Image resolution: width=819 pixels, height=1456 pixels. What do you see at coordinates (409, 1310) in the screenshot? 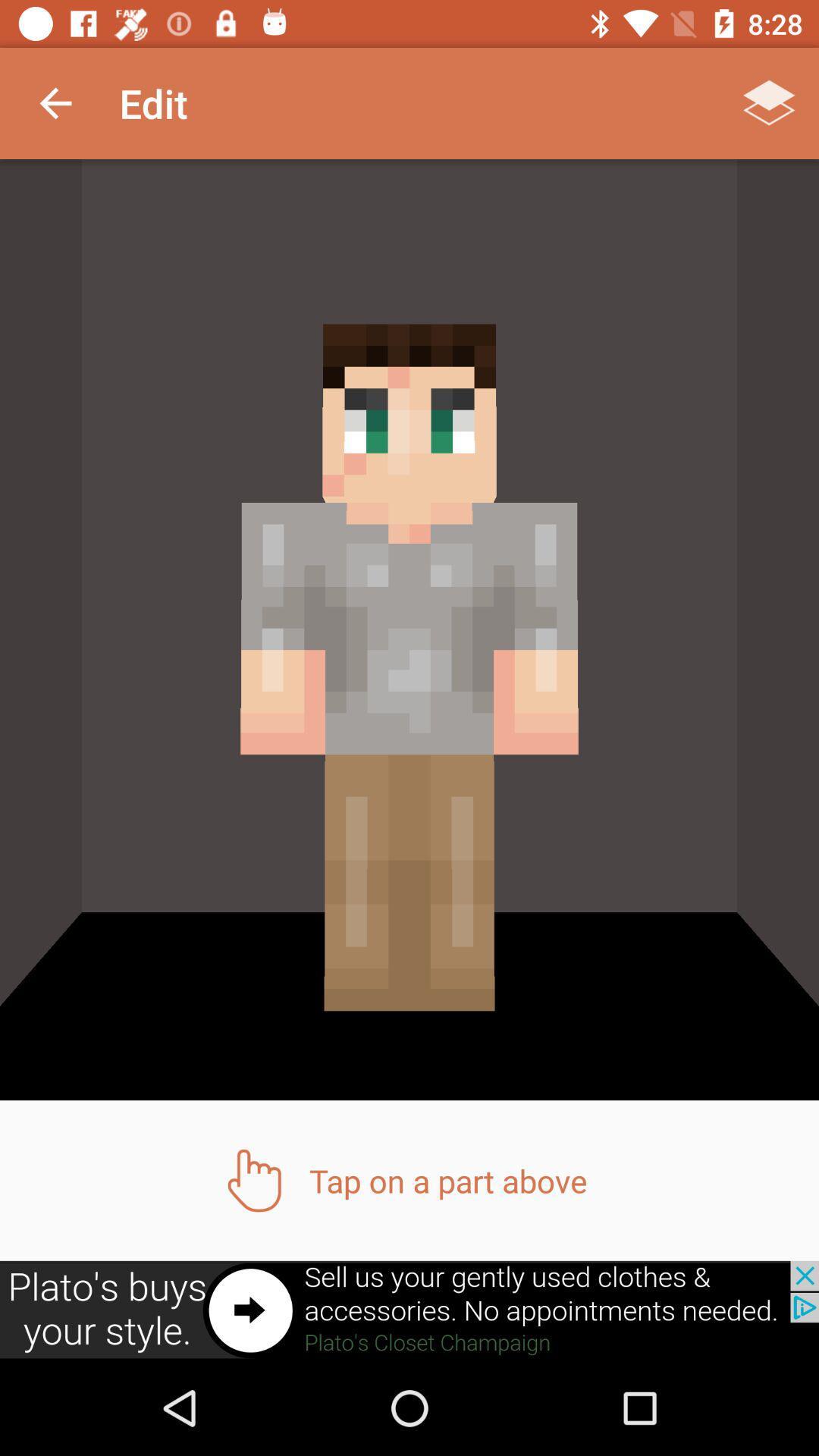
I see `screen page` at bounding box center [409, 1310].